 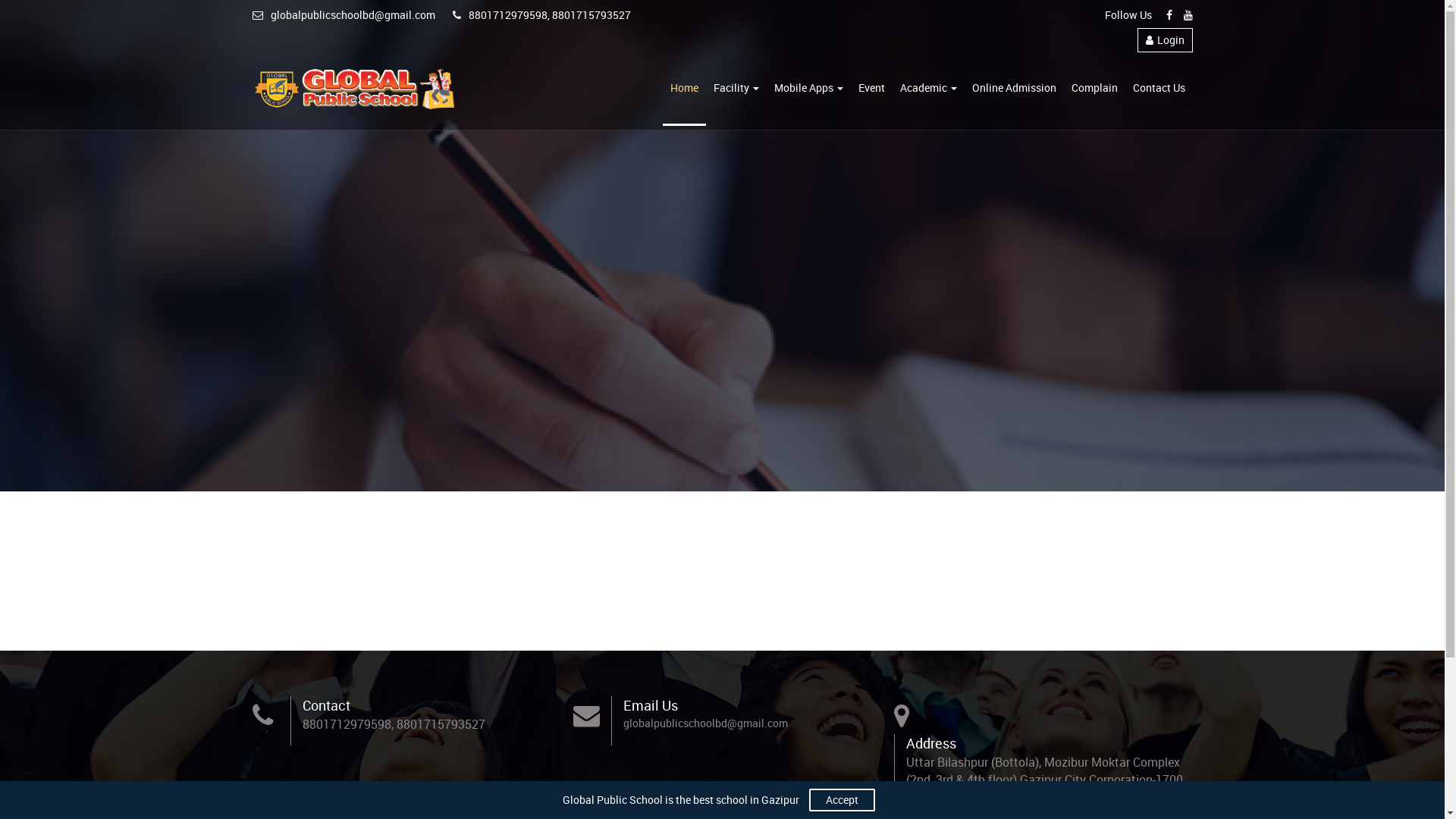 What do you see at coordinates (651, 704) in the screenshot?
I see `'Email Us'` at bounding box center [651, 704].